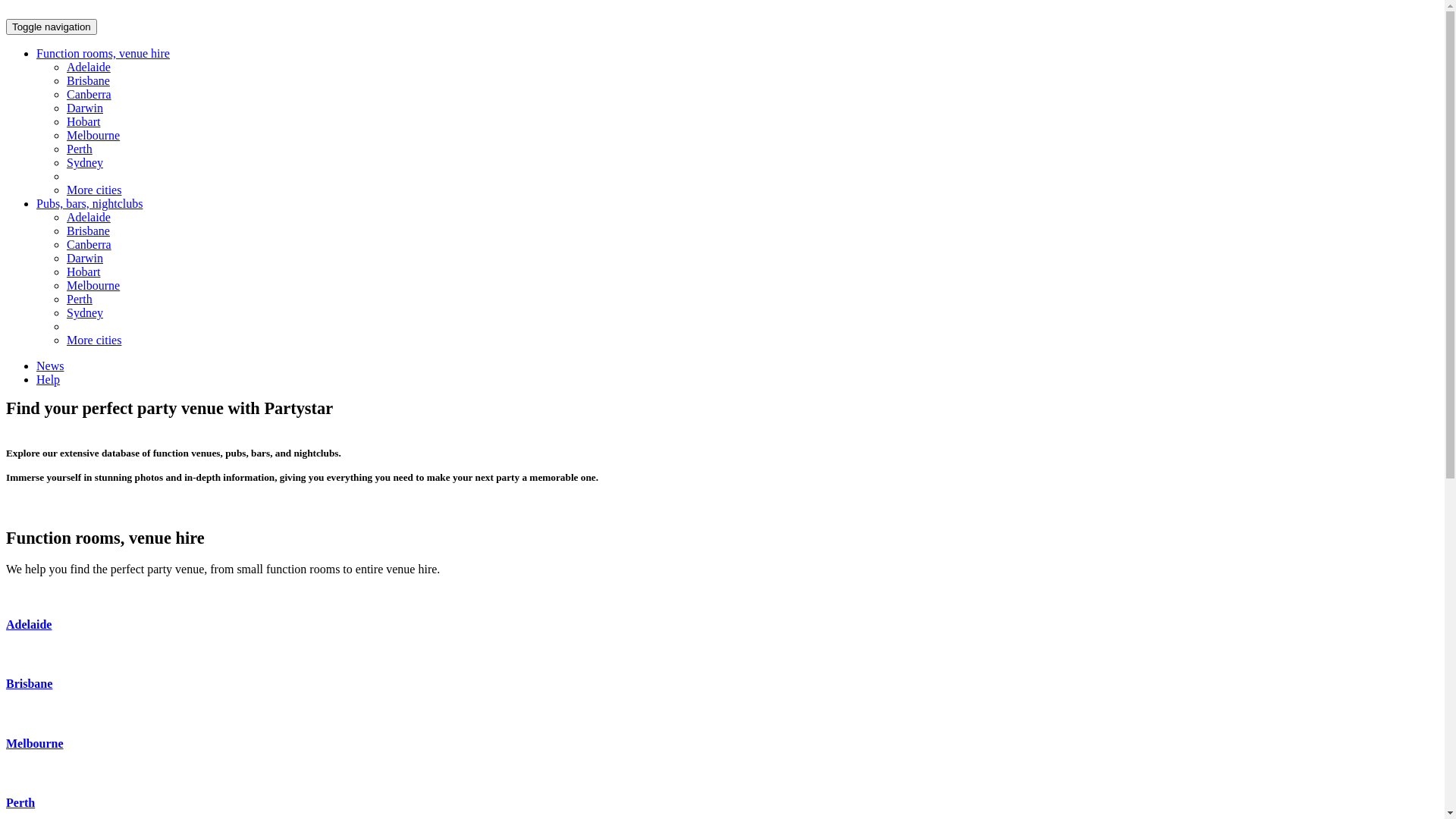 This screenshot has width=1456, height=819. Describe the element at coordinates (51, 27) in the screenshot. I see `'Toggle navigation'` at that location.